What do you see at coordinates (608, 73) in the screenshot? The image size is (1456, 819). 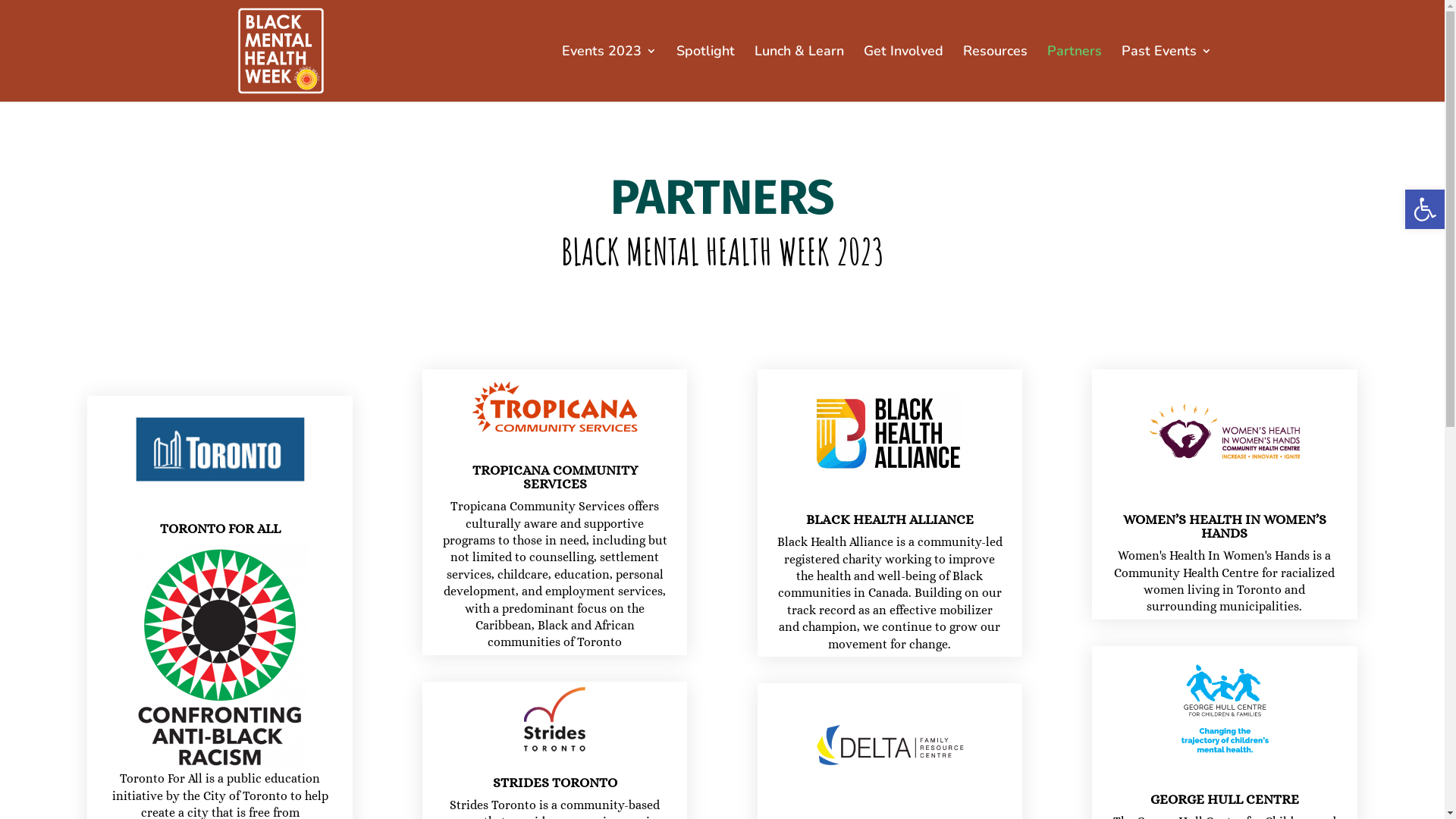 I see `'Events 2023'` at bounding box center [608, 73].